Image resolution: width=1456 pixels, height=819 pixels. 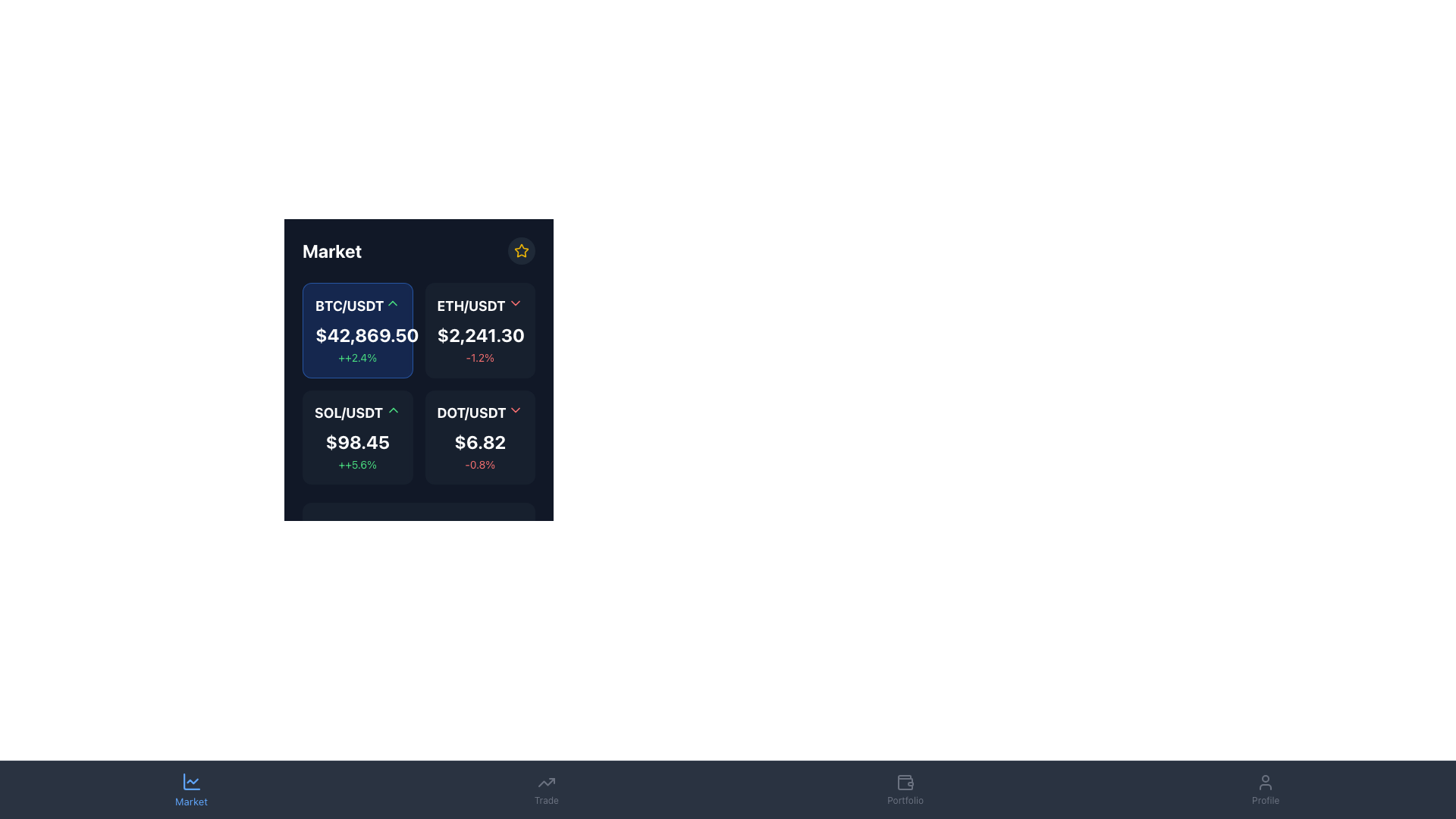 What do you see at coordinates (356, 441) in the screenshot?
I see `the monetary value label displaying '$98.45', which is positioned below the 'SOL/USDT' label and above the percentage text '++5.6%'` at bounding box center [356, 441].